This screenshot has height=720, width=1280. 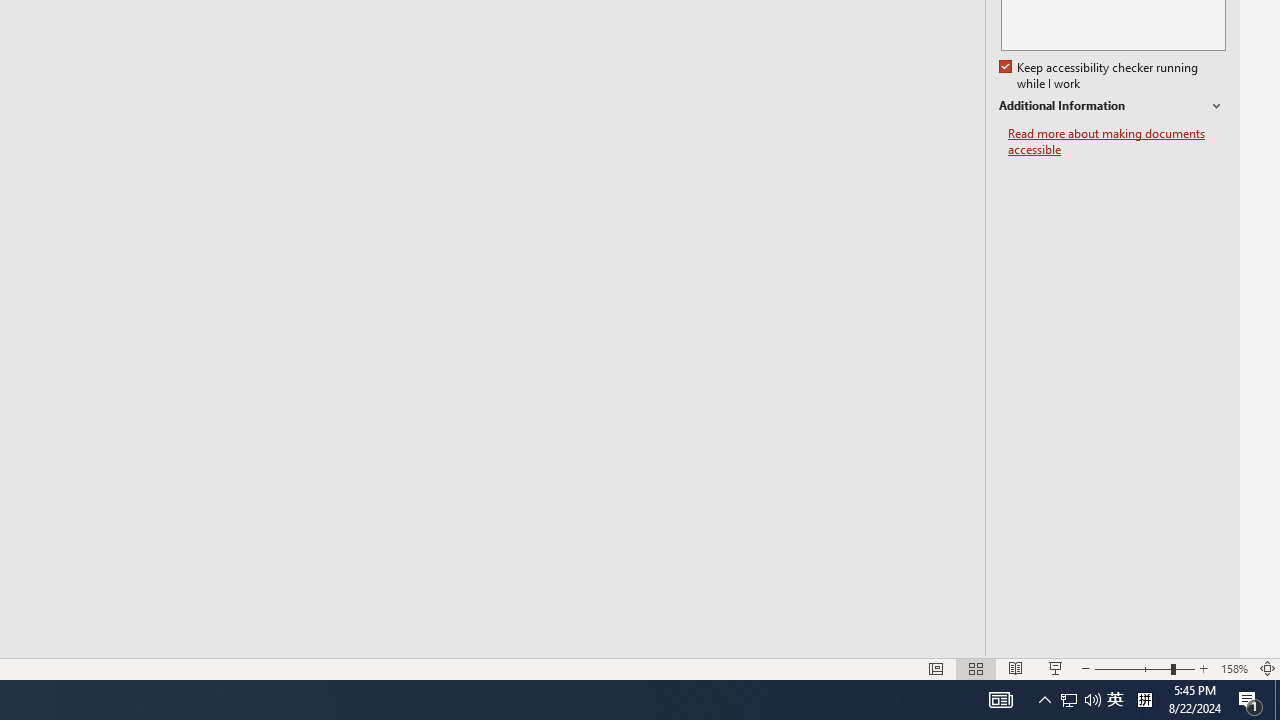 I want to click on 'Read more about making documents accessible', so click(x=1116, y=141).